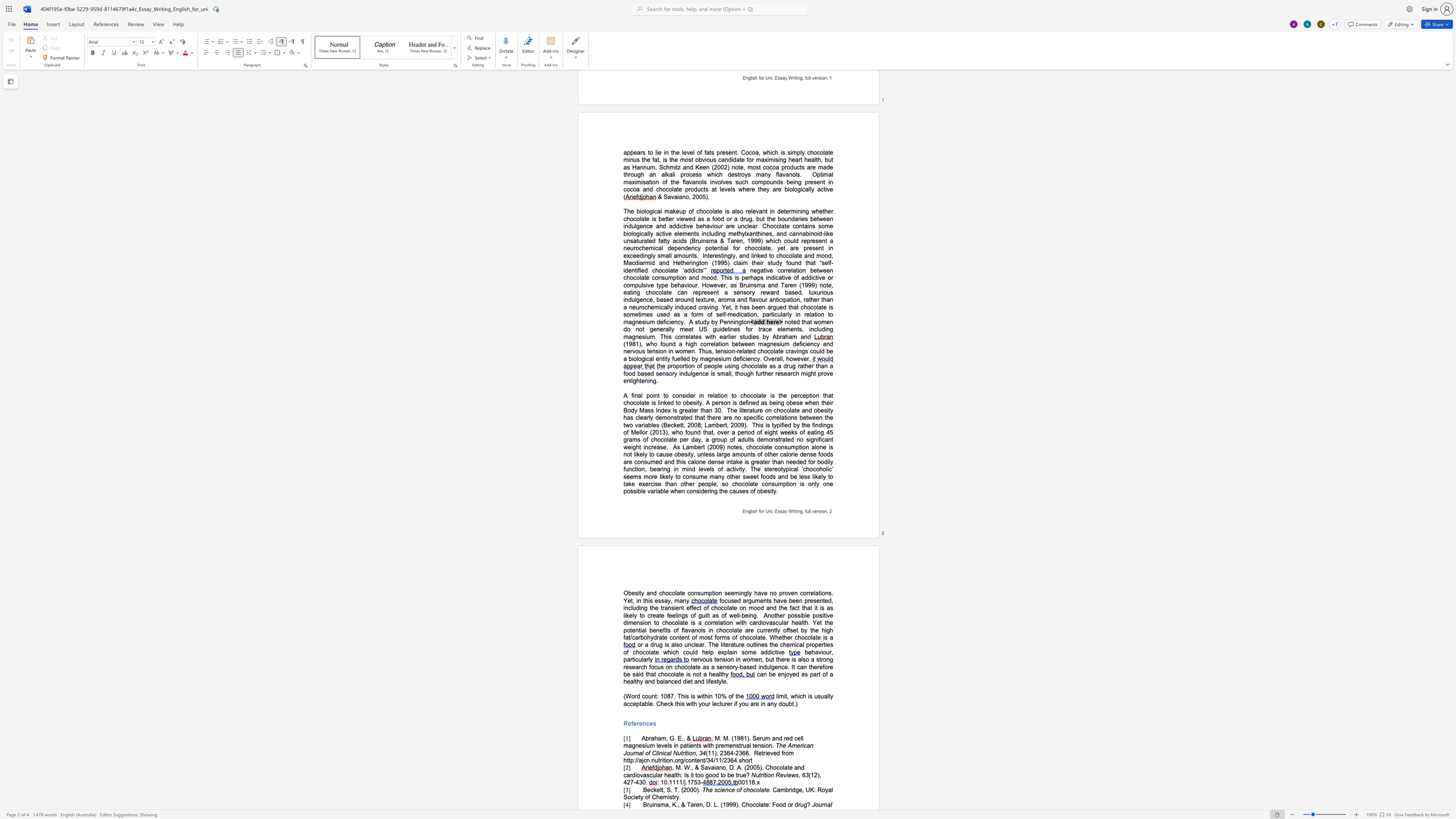  I want to click on the space between the continuous character "o" and "u" in the text, so click(647, 696).